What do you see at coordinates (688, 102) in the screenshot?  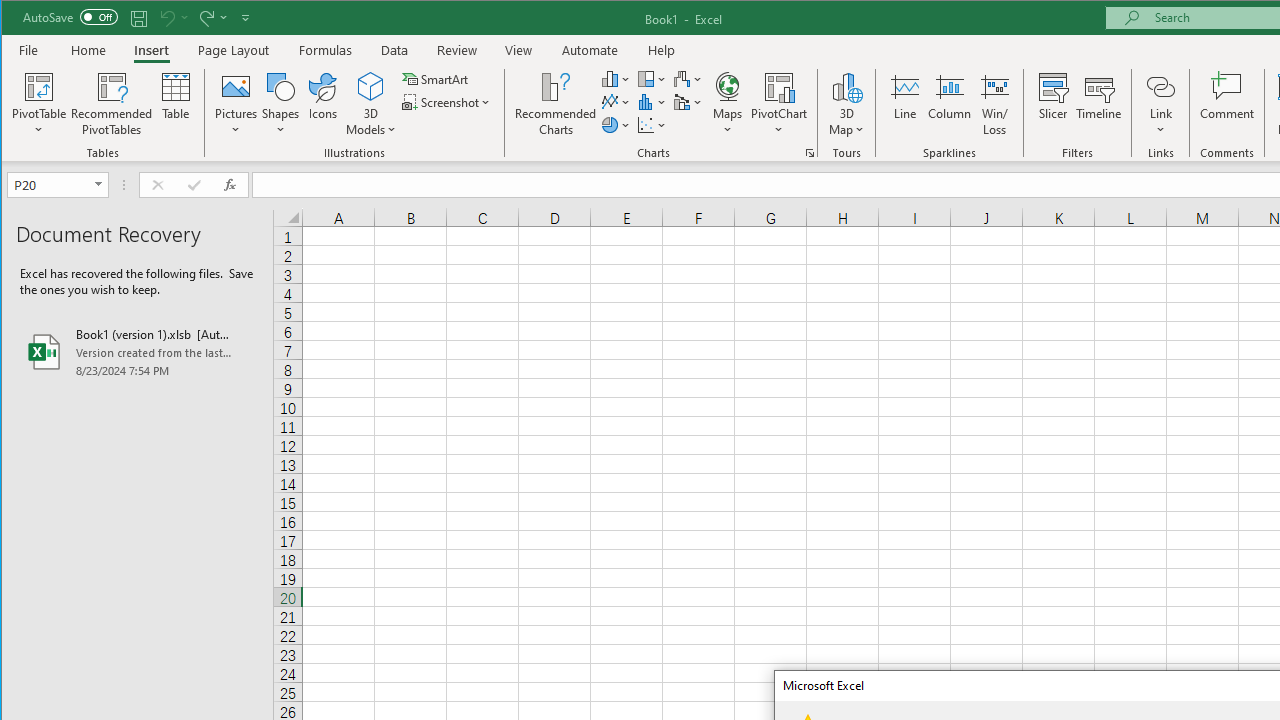 I see `'Insert Combo Chart'` at bounding box center [688, 102].